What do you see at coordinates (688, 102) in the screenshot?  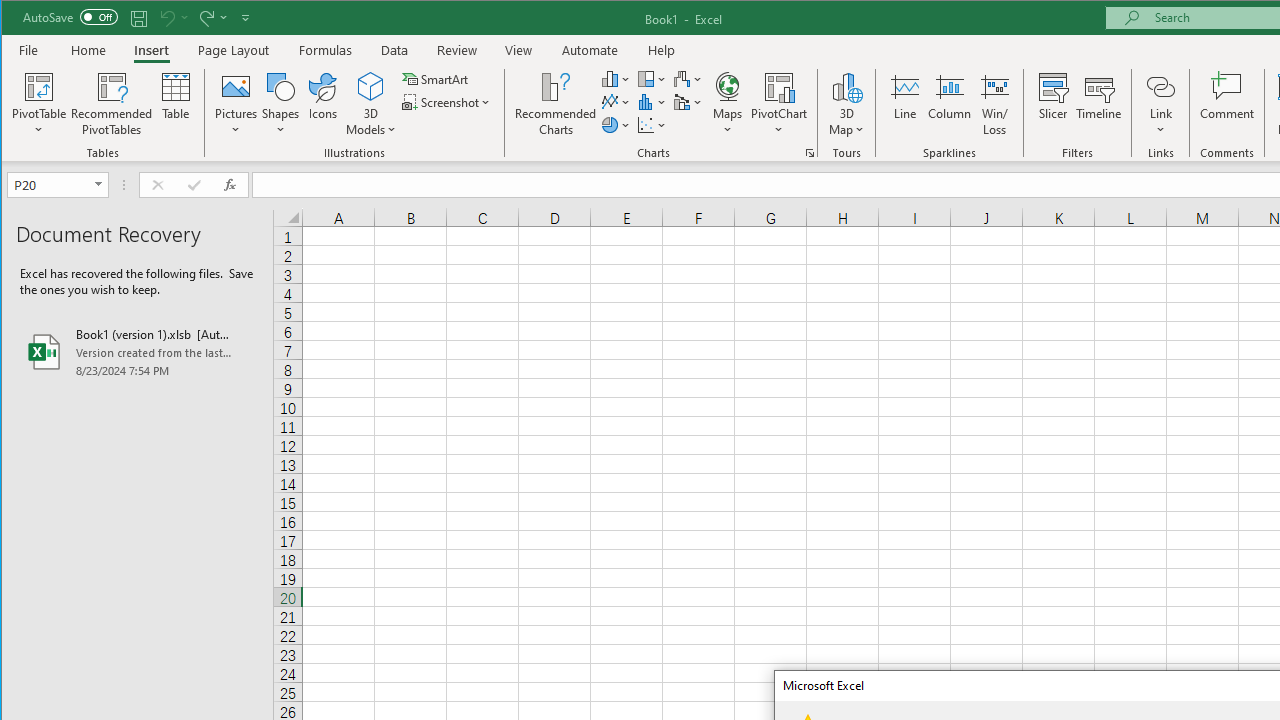 I see `'Insert Combo Chart'` at bounding box center [688, 102].